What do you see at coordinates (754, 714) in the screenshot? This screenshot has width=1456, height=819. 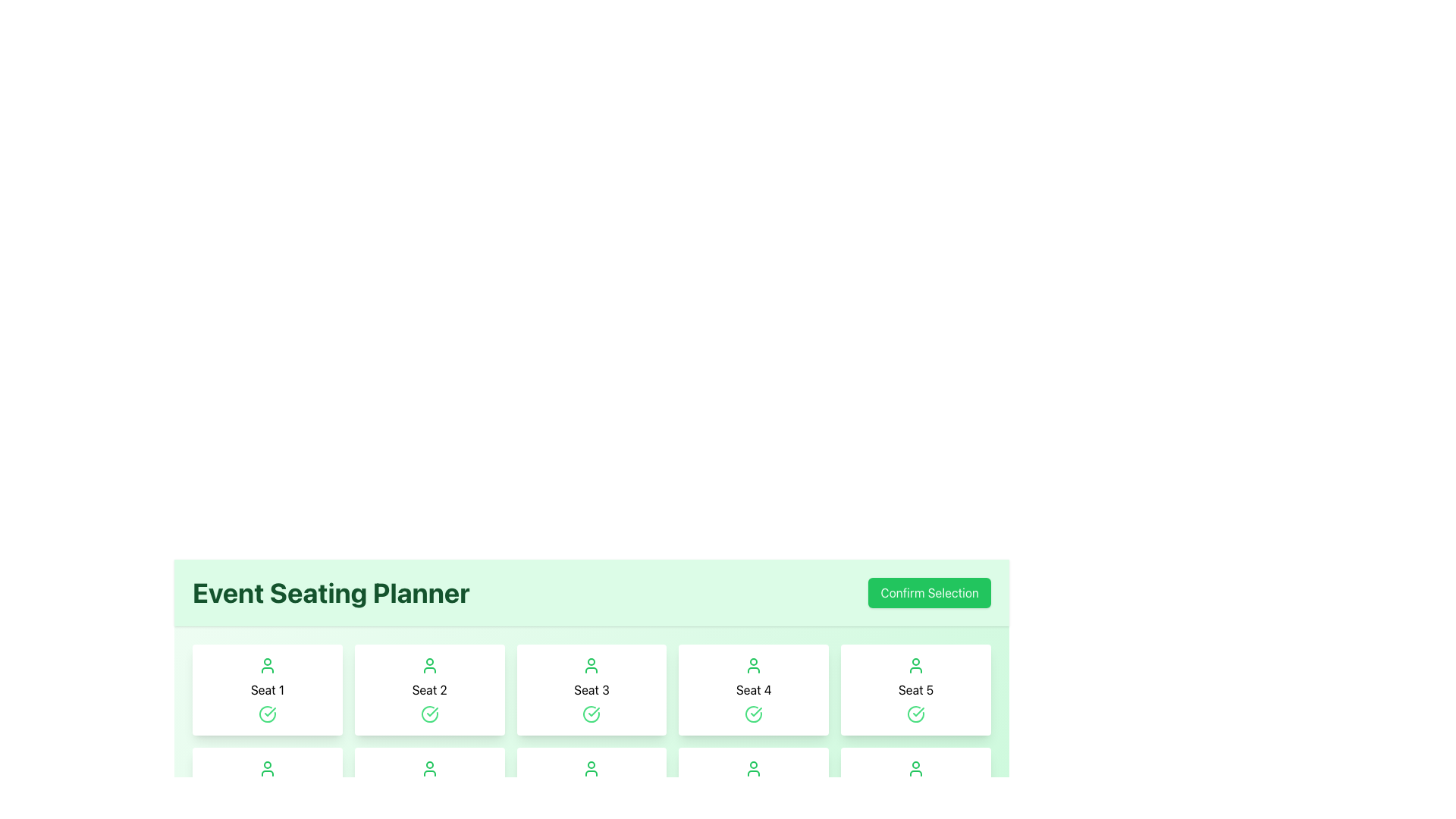 I see `the circular icon with a checkmark inside, which has a green border and is located in the fourth column of the seating grid, directly below the 'Seat 4' label` at bounding box center [754, 714].